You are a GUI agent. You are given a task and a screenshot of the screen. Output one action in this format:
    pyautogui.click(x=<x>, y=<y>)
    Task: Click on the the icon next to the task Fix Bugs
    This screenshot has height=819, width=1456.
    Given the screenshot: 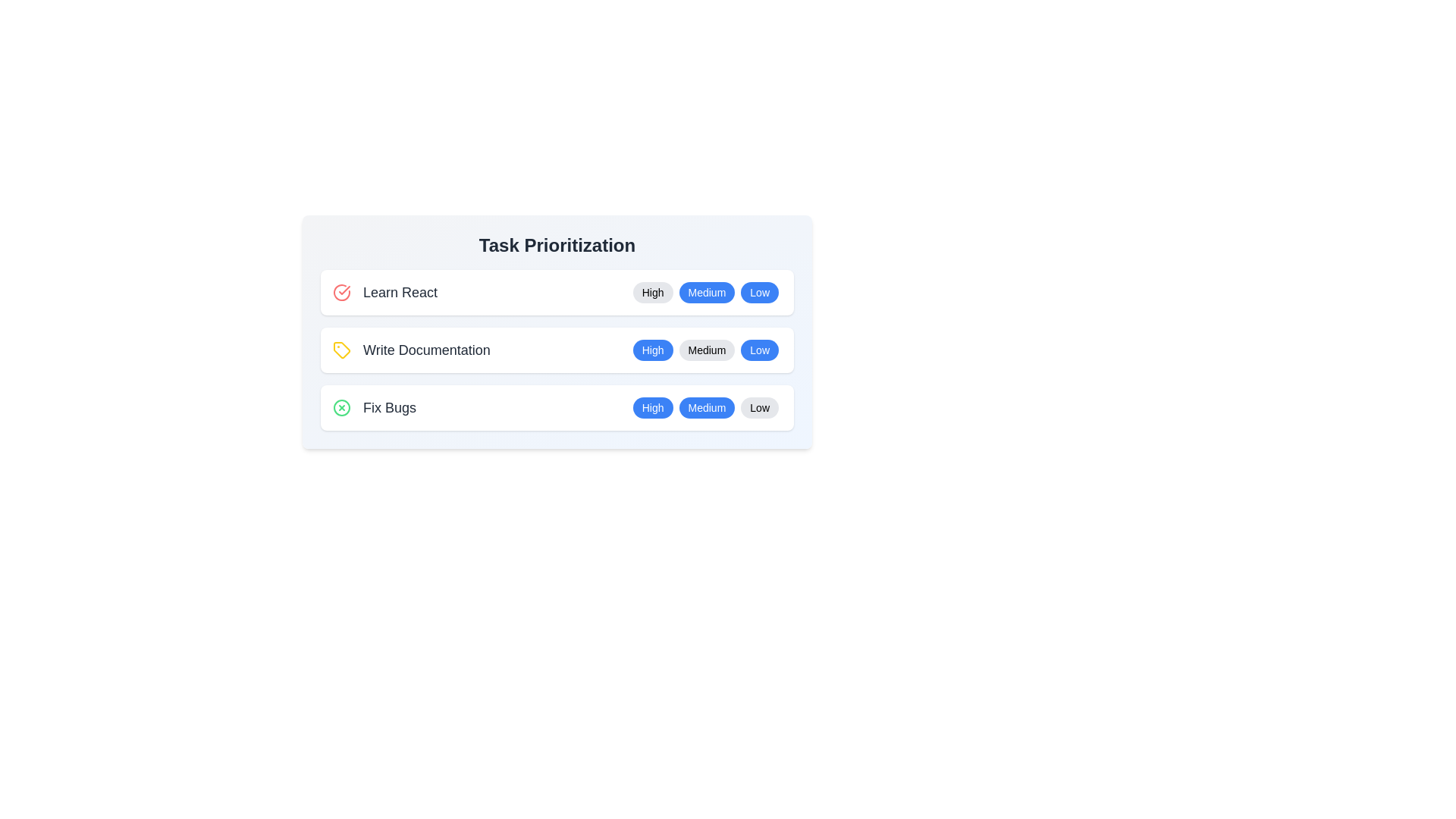 What is the action you would take?
    pyautogui.click(x=341, y=406)
    